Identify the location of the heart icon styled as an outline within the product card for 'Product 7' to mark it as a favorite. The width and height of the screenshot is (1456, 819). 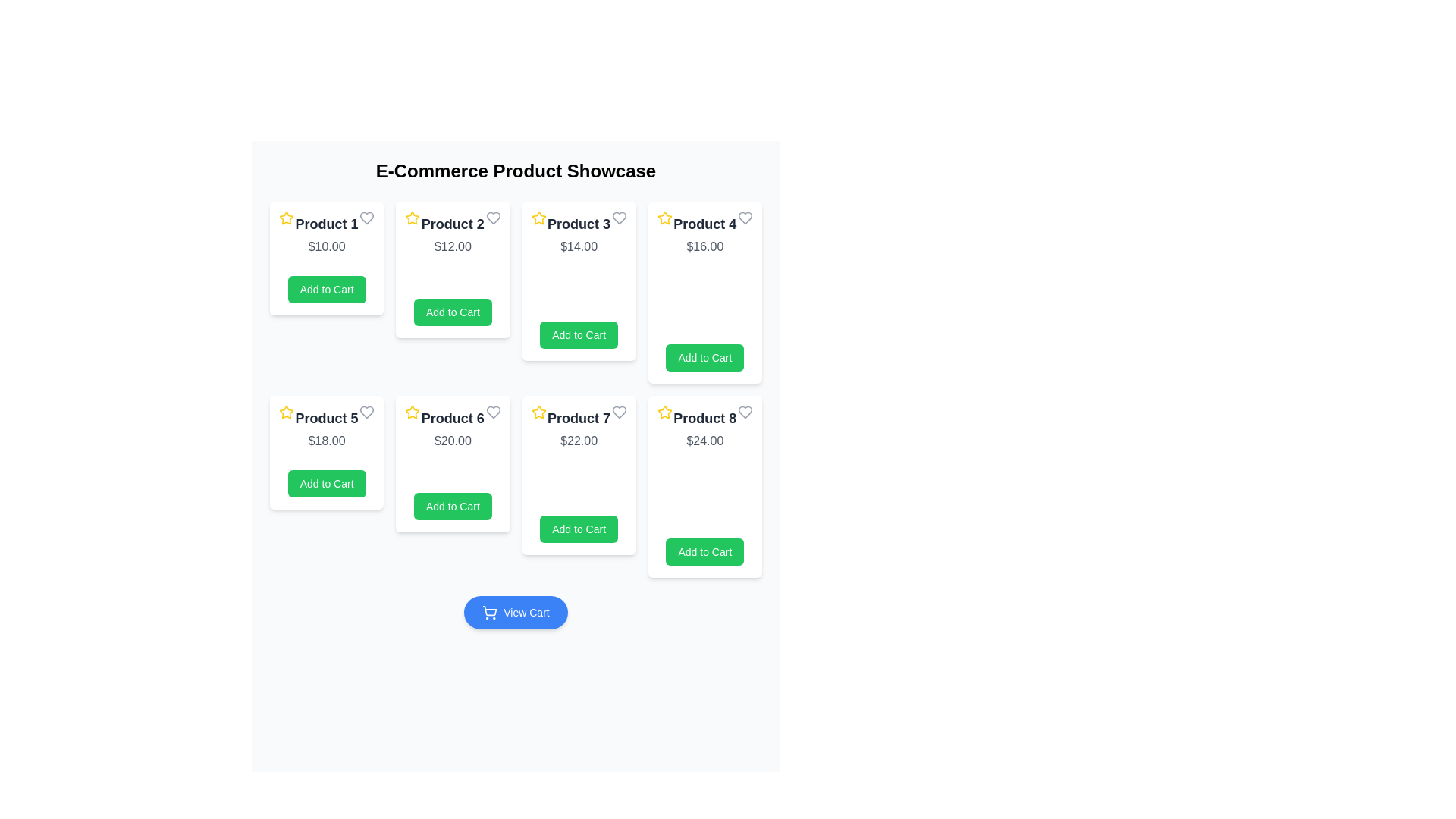
(619, 412).